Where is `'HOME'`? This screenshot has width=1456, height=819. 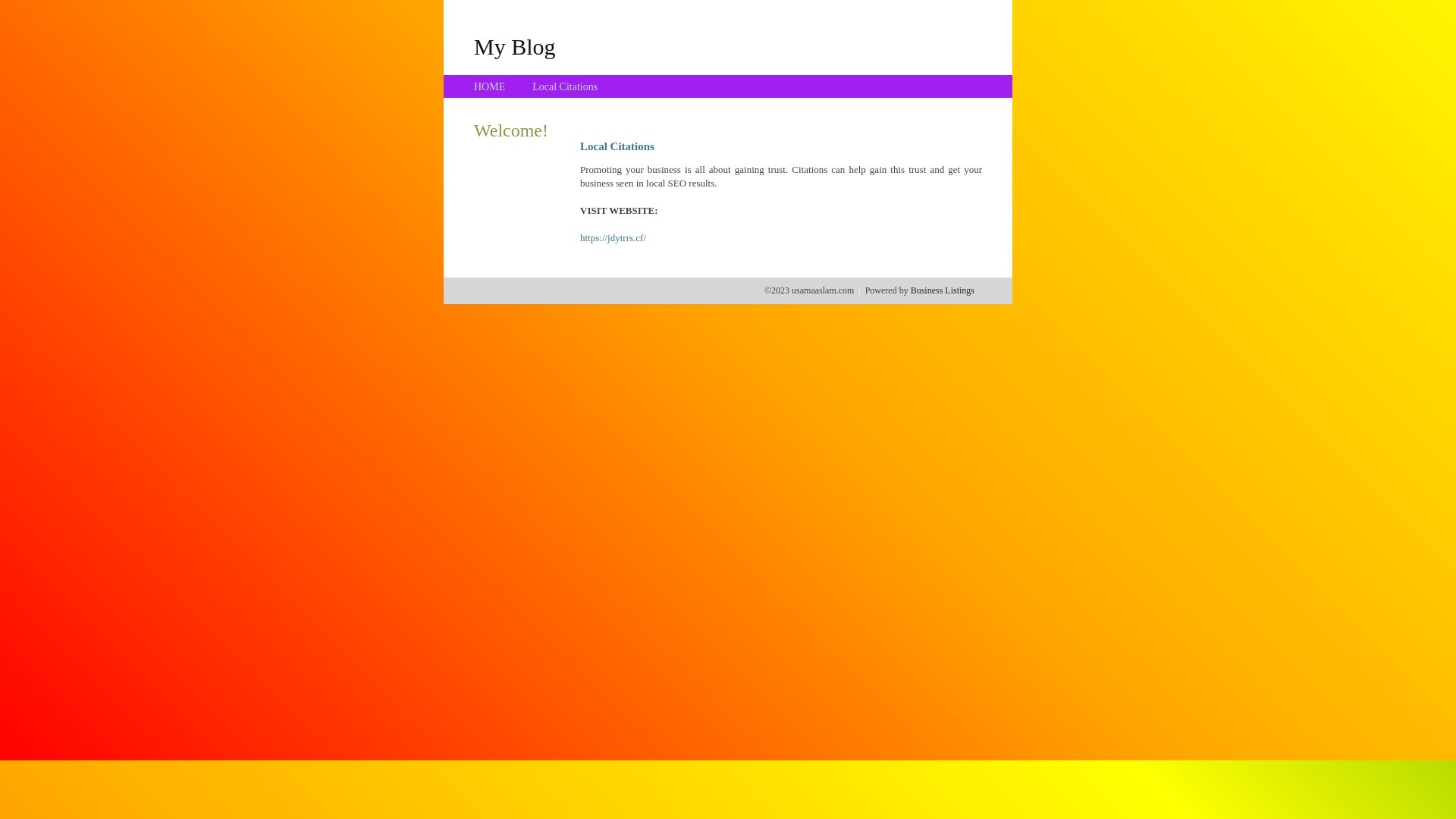
'HOME' is located at coordinates (489, 86).